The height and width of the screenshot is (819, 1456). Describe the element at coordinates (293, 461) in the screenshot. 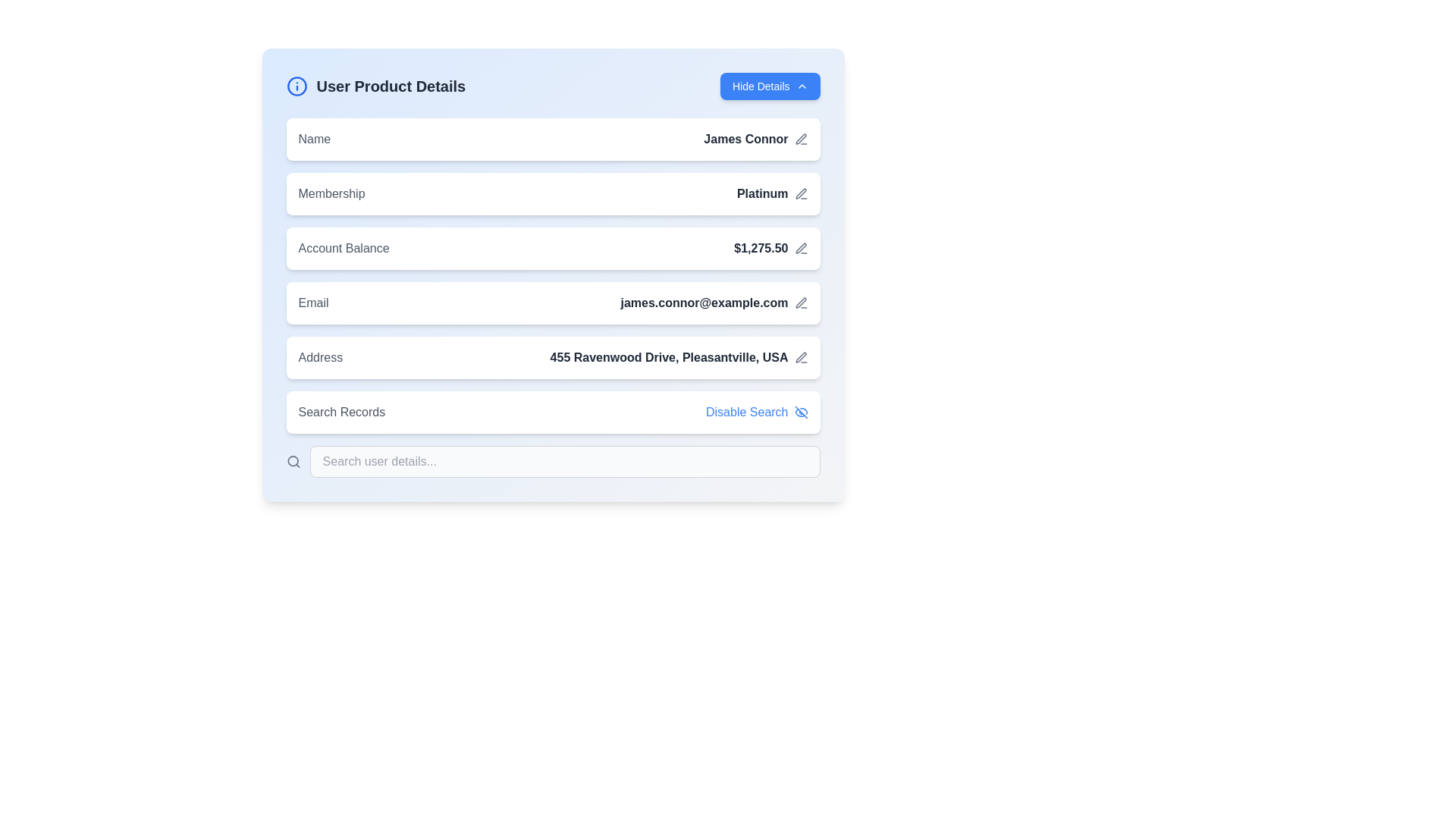

I see `the gray magnifying glass icon that indicates search functionality, positioned to the left of the 'Search user details...' input field` at that location.